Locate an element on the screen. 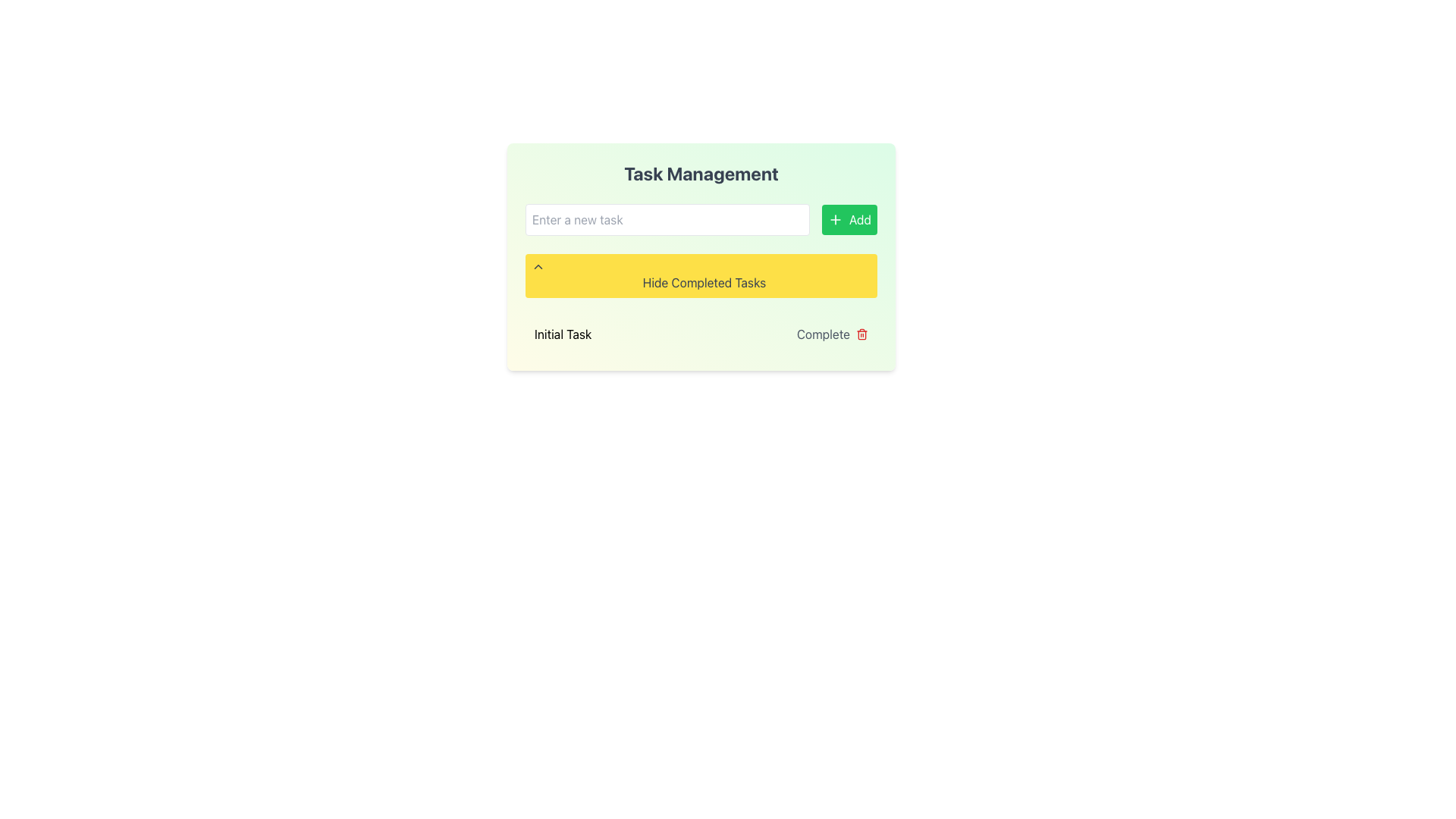 This screenshot has height=819, width=1456. the 'Hide Completed Tasks' button, which is a rectangular button with a yellow background and rounded corners, displaying gray text and an upward-pointing chevron icon is located at coordinates (701, 275).